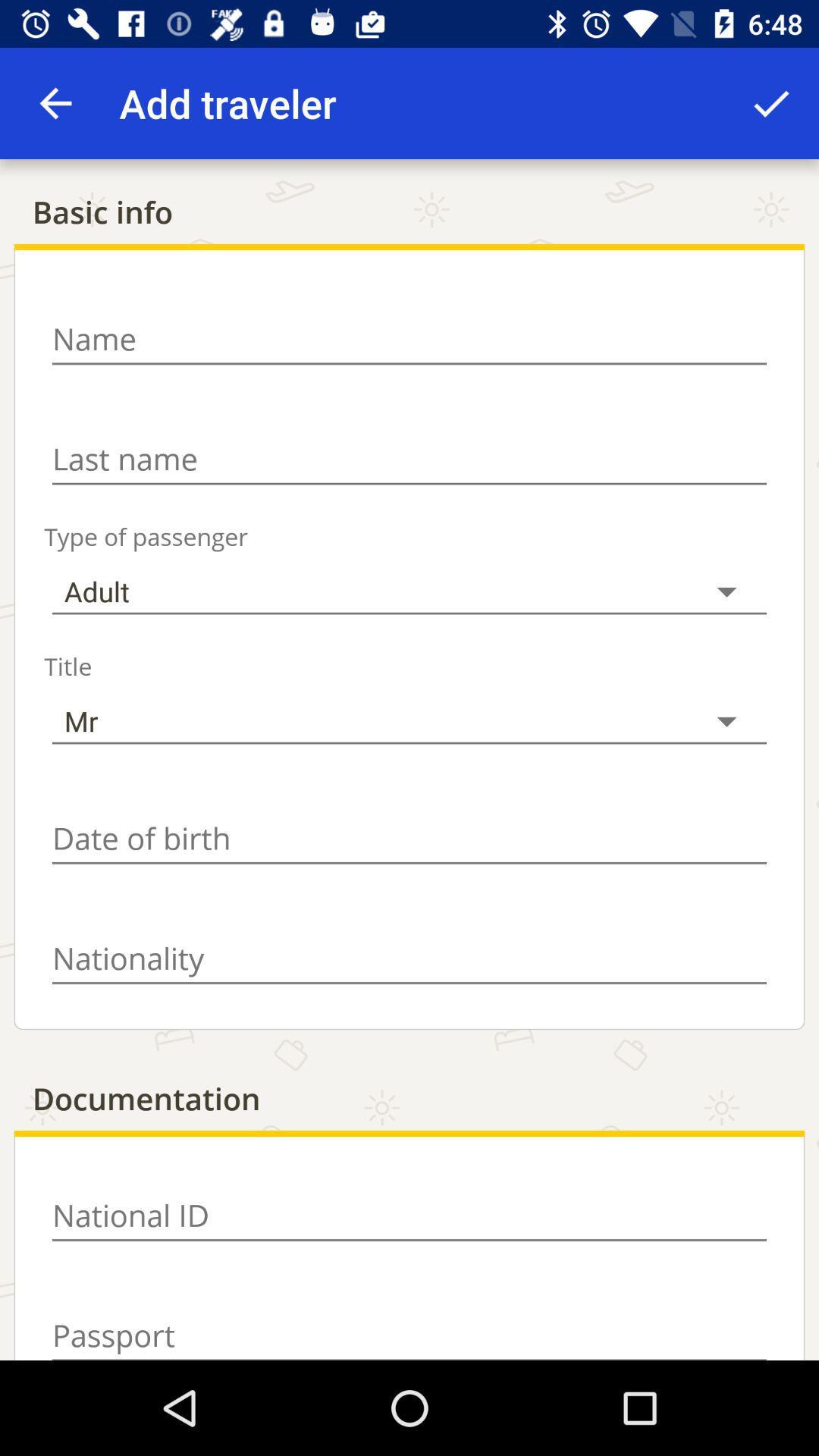 The image size is (819, 1456). What do you see at coordinates (771, 102) in the screenshot?
I see `the icon at the top right corner` at bounding box center [771, 102].